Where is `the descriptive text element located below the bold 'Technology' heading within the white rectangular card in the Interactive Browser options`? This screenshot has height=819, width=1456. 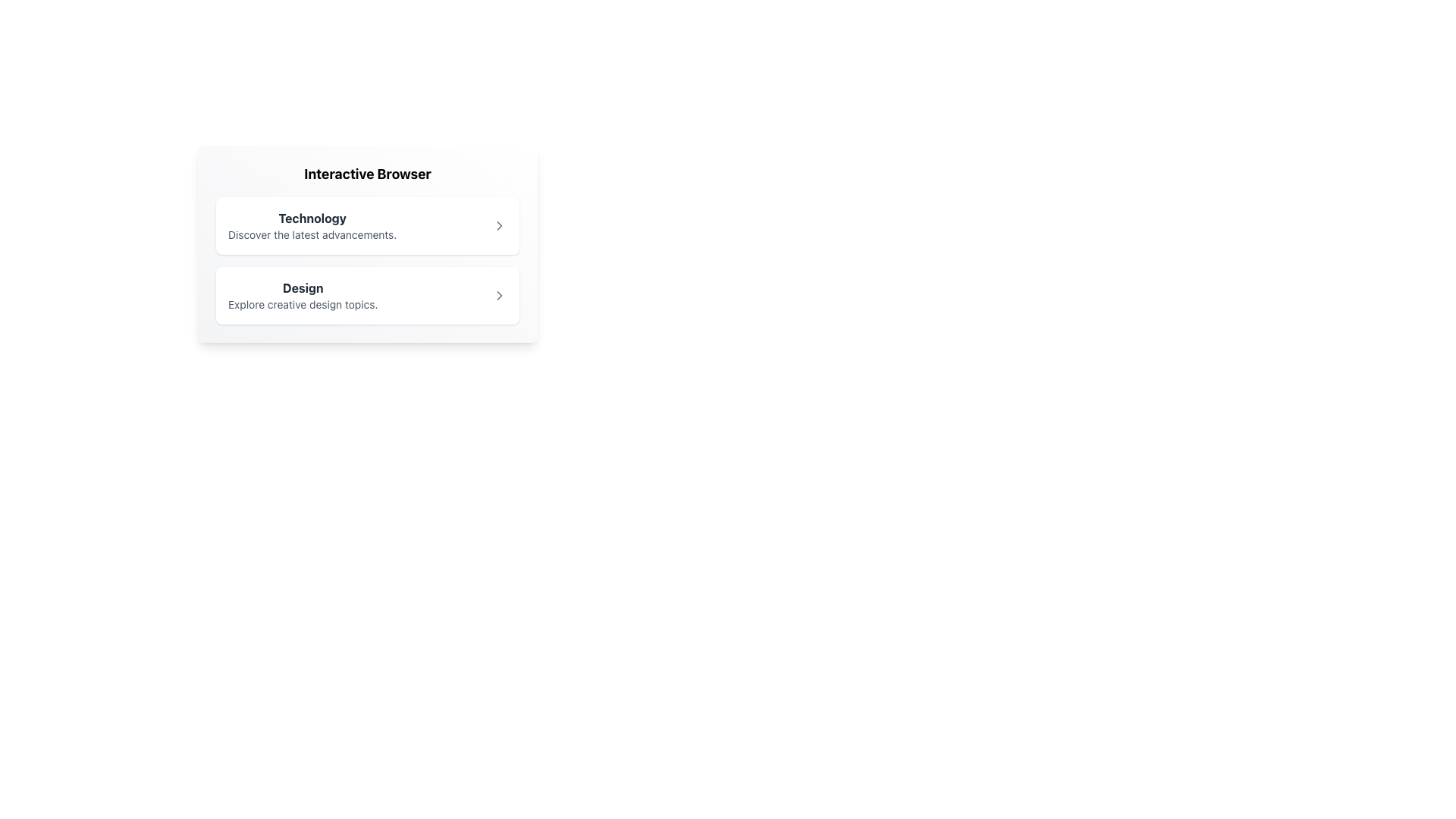 the descriptive text element located below the bold 'Technology' heading within the white rectangular card in the Interactive Browser options is located at coordinates (312, 234).